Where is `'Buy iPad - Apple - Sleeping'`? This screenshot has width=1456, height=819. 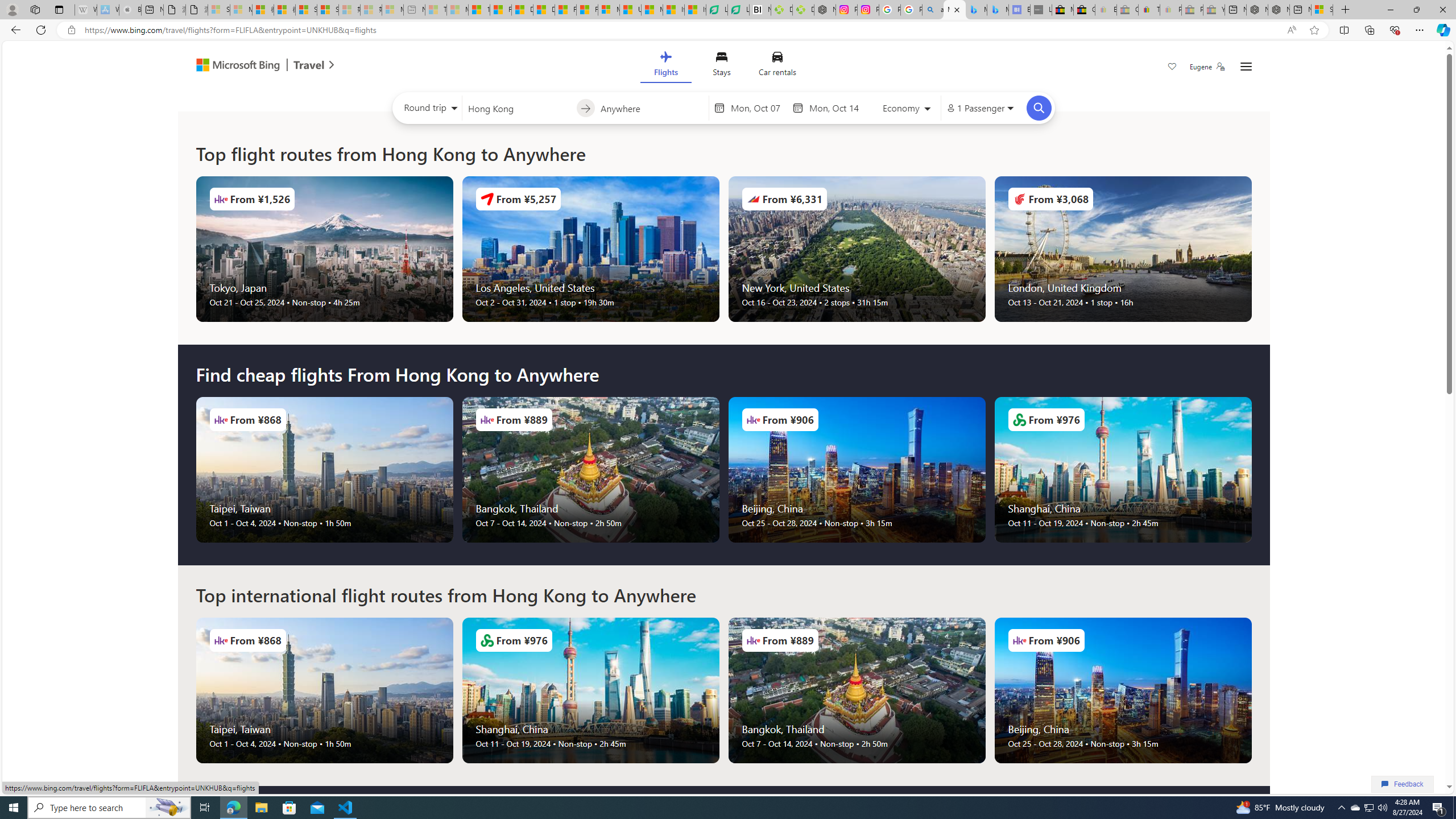
'Buy iPad - Apple - Sleeping' is located at coordinates (130, 9).